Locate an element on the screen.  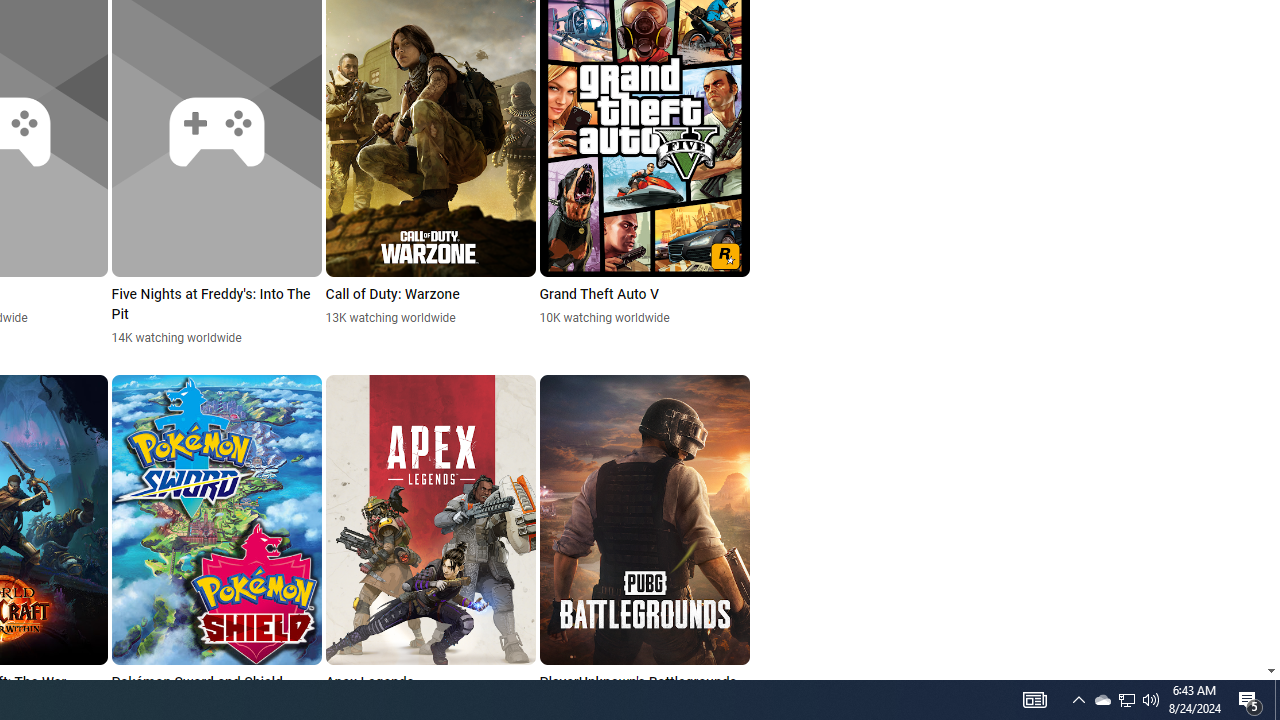
'PlayerUnknown' is located at coordinates (644, 545).